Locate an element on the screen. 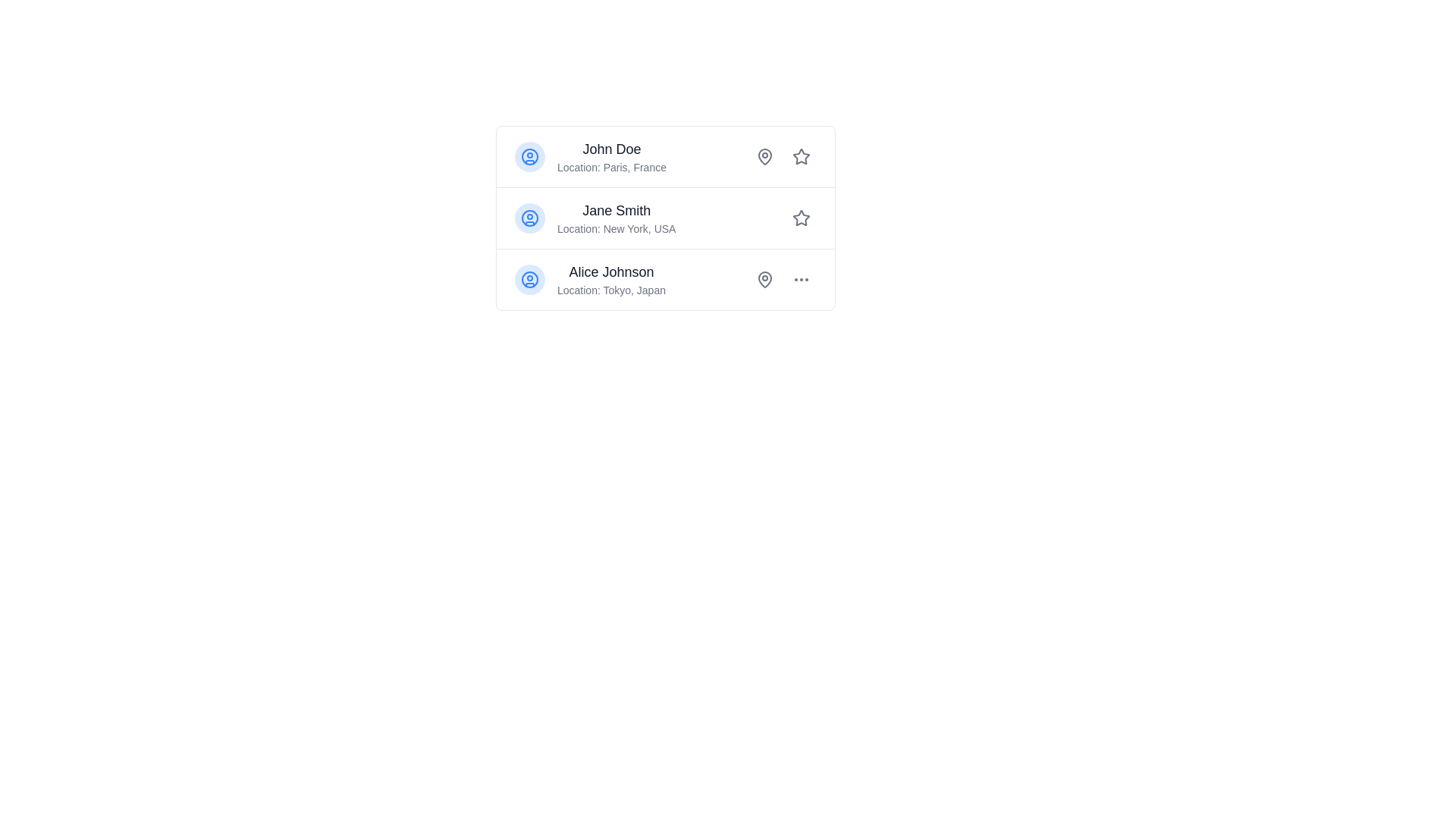 This screenshot has width=1456, height=819. the circular user profile icon with a light blue background and blue outline, located to the left of the 'John Doe' text is located at coordinates (530, 157).